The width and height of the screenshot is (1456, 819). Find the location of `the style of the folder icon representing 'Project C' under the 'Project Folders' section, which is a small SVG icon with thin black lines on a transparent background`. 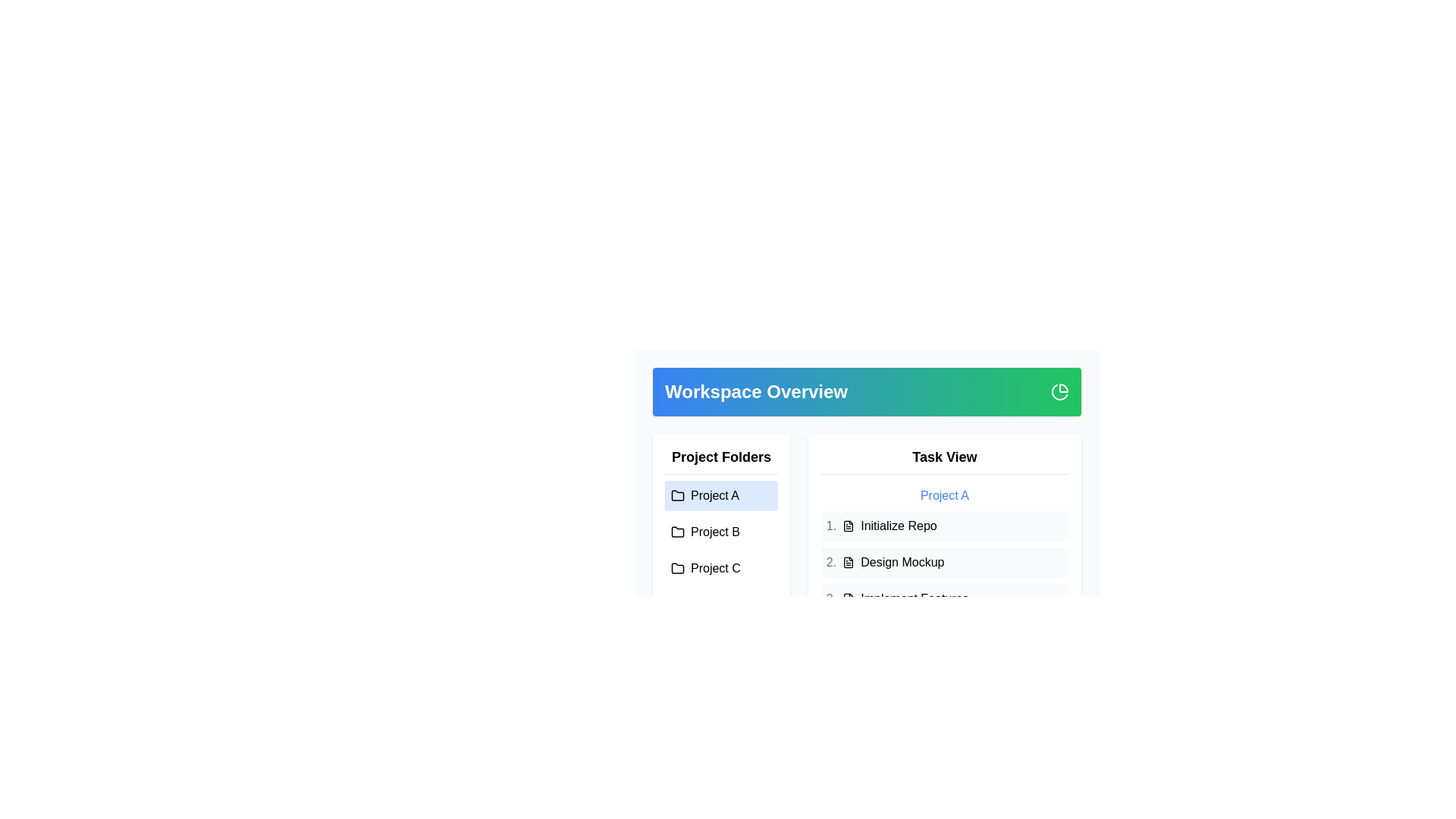

the style of the folder icon representing 'Project C' under the 'Project Folders' section, which is a small SVG icon with thin black lines on a transparent background is located at coordinates (676, 568).